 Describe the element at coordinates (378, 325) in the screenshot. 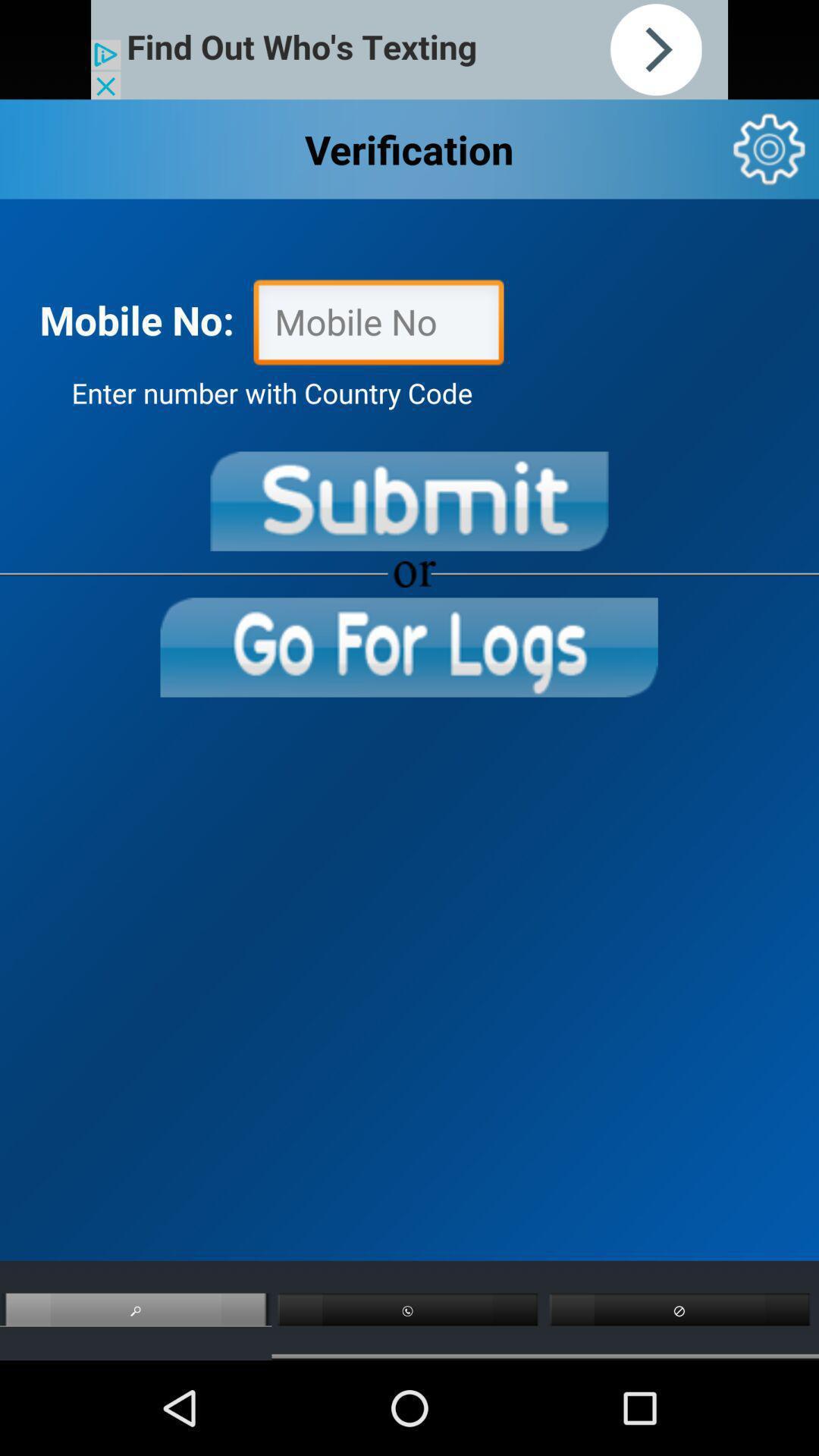

I see `hide the mobile number` at that location.